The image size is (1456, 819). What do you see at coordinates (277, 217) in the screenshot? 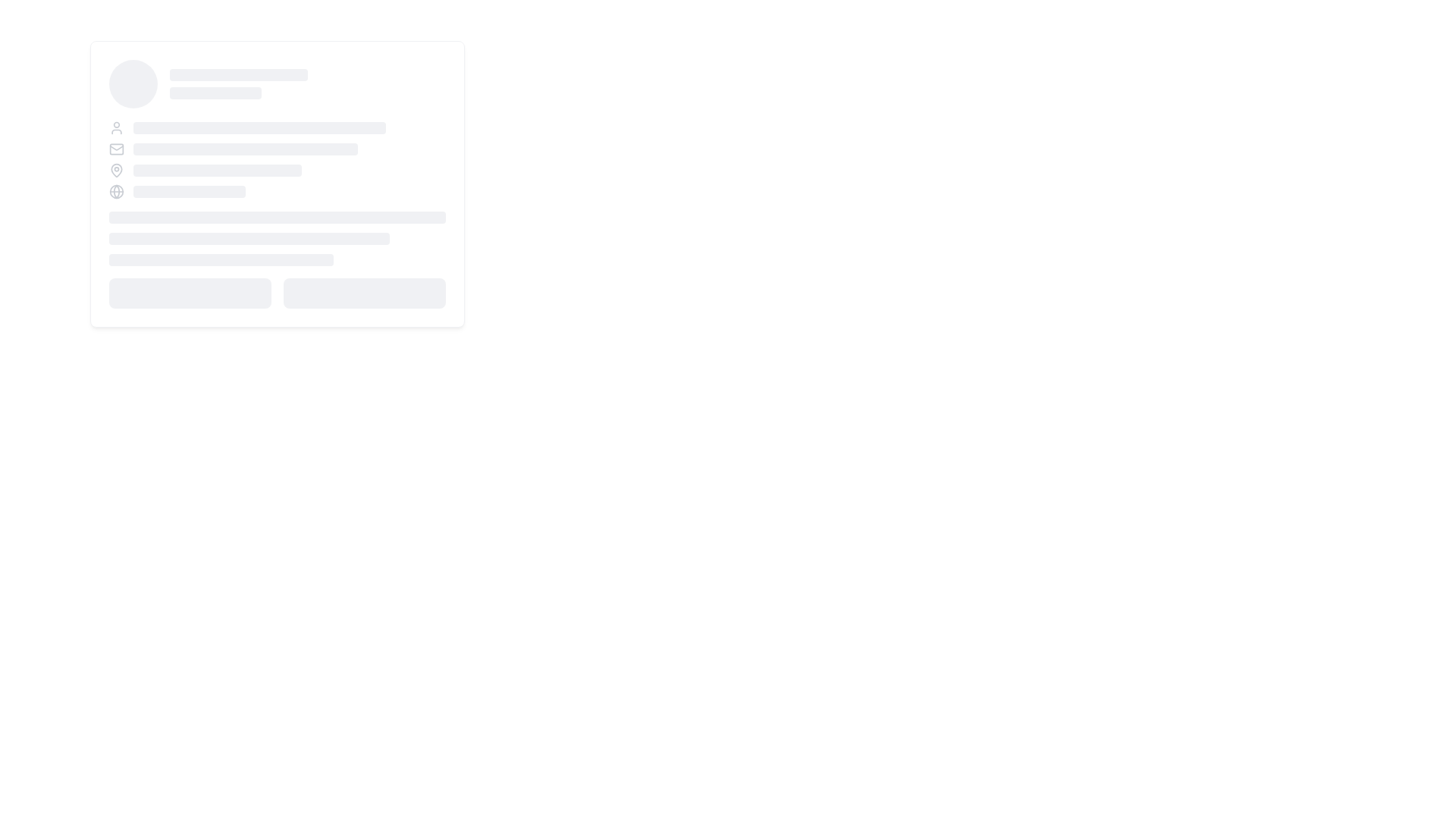
I see `the Loading Placeholder Bar, which is a gray, pill-shaped rectangular element located at the topmost position among three similar horizontal elements` at bounding box center [277, 217].